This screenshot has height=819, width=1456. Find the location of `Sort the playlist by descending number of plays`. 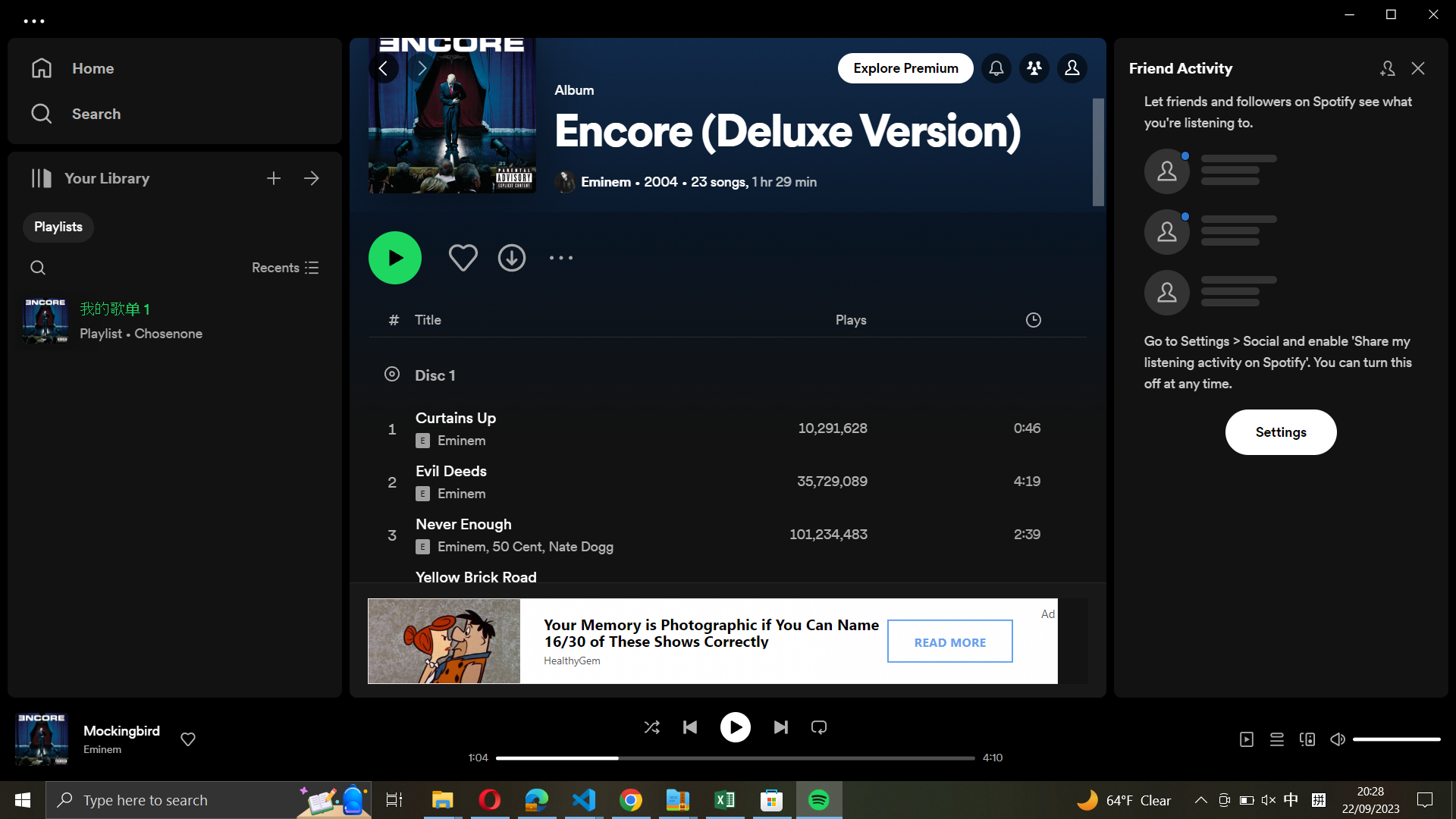

Sort the playlist by descending number of plays is located at coordinates (908, 322).